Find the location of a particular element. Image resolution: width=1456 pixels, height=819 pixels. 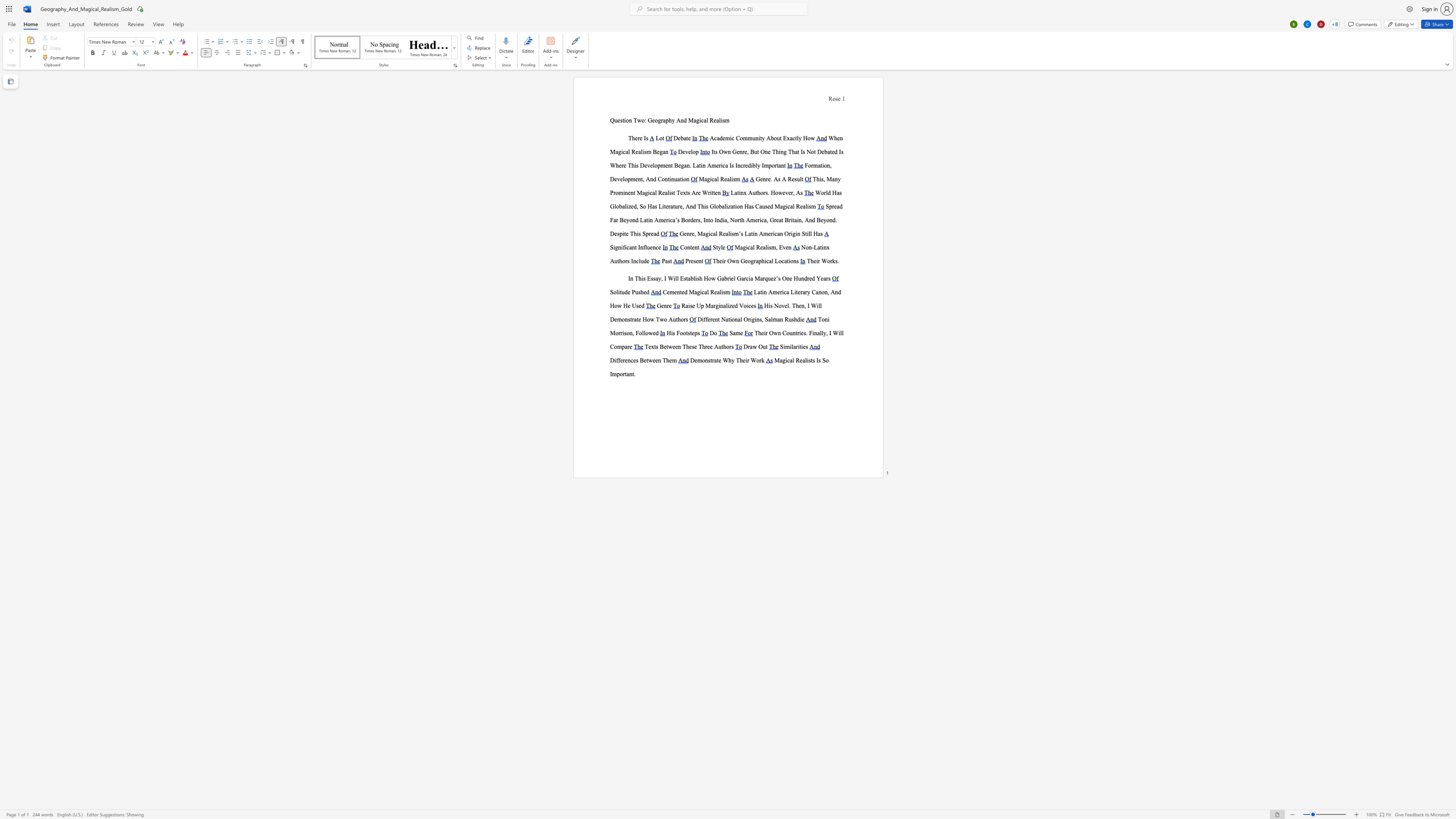

the space between the continuous character "s" and "u" in the text is located at coordinates (796, 179).